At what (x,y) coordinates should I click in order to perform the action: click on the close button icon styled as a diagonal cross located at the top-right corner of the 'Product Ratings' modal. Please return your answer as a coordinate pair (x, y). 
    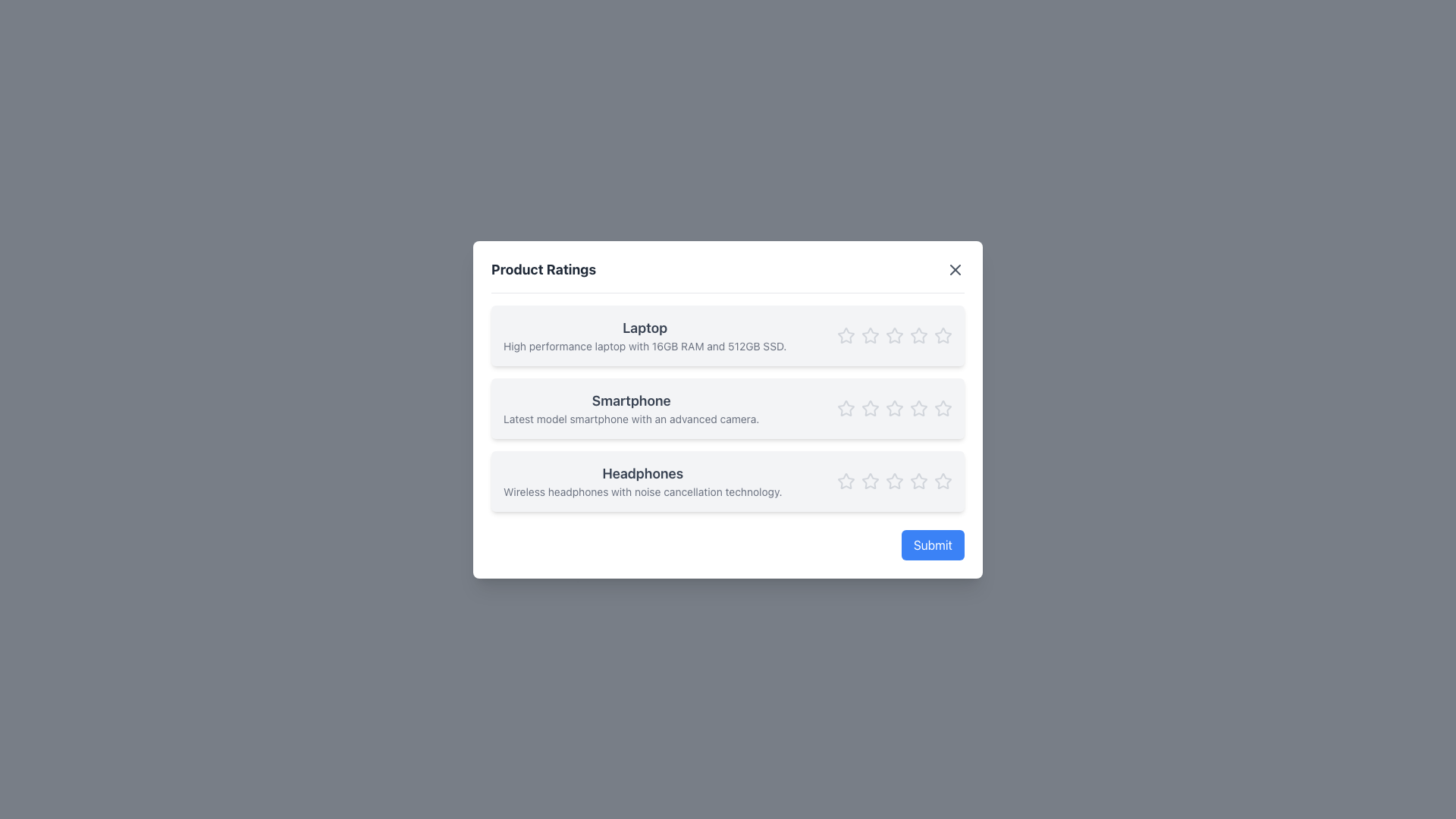
    Looking at the image, I should click on (954, 268).